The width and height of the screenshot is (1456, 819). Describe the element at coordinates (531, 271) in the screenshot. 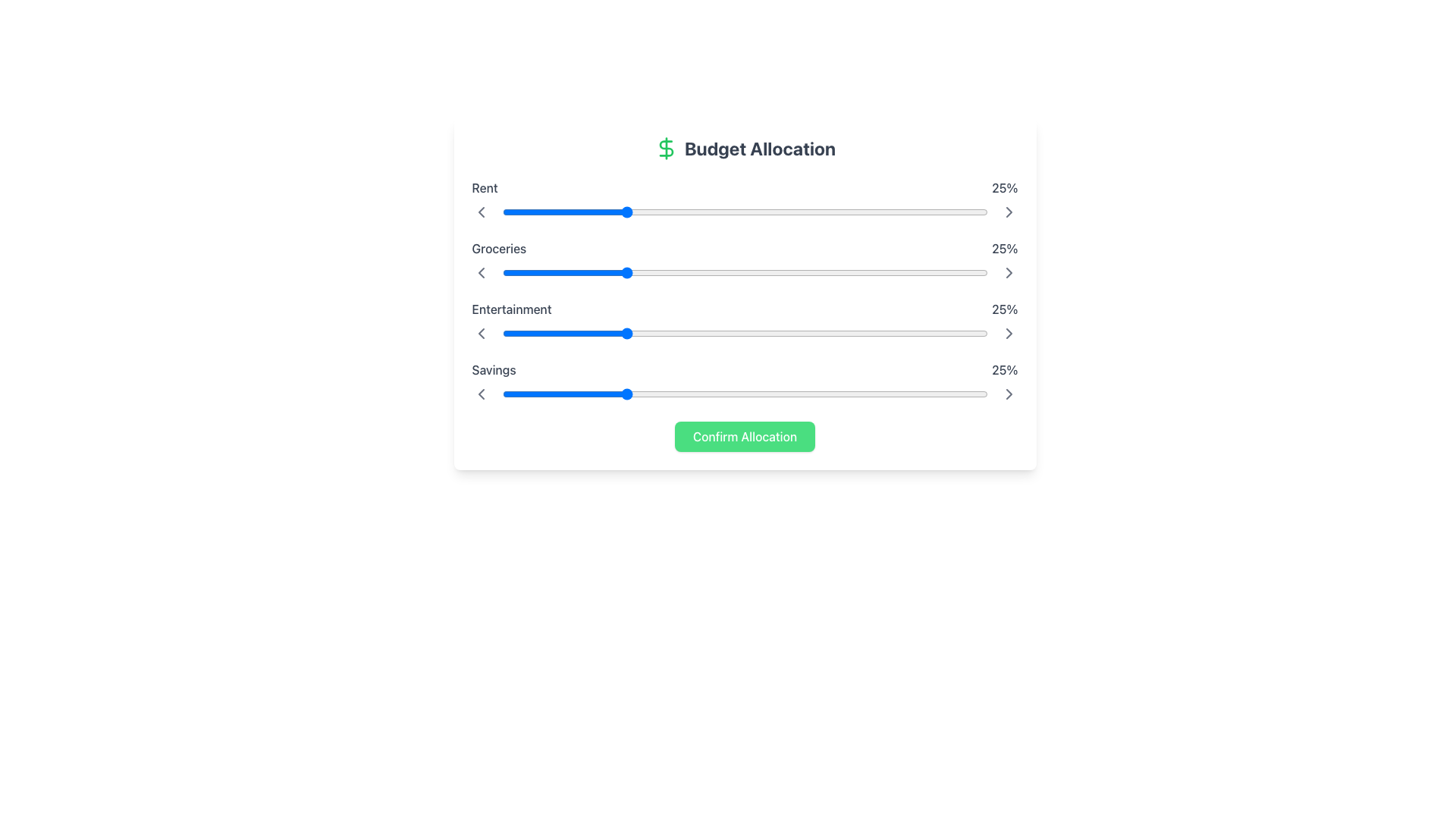

I see `the groceries allocation percentage` at that location.